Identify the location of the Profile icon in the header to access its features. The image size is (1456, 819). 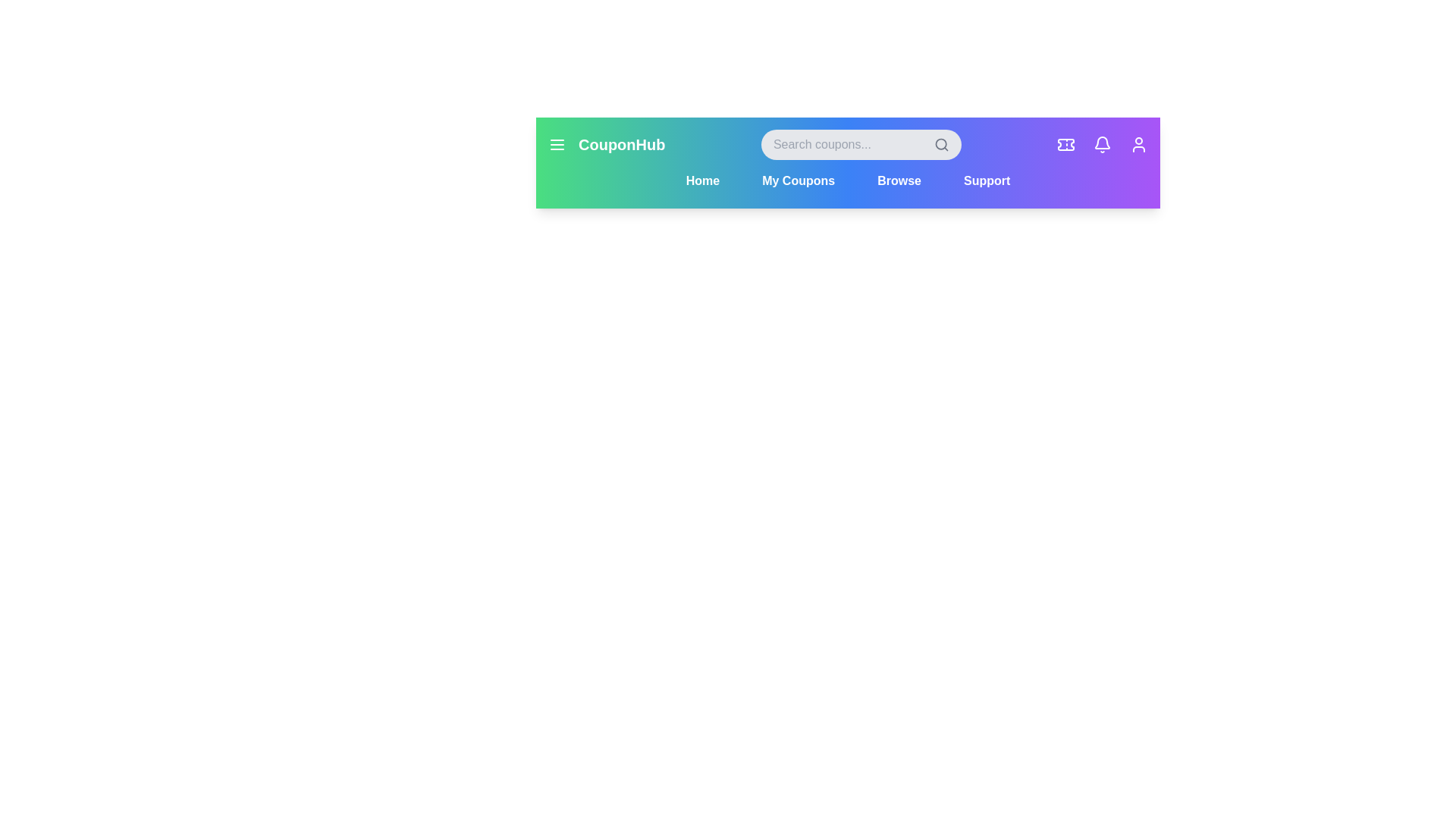
(1139, 145).